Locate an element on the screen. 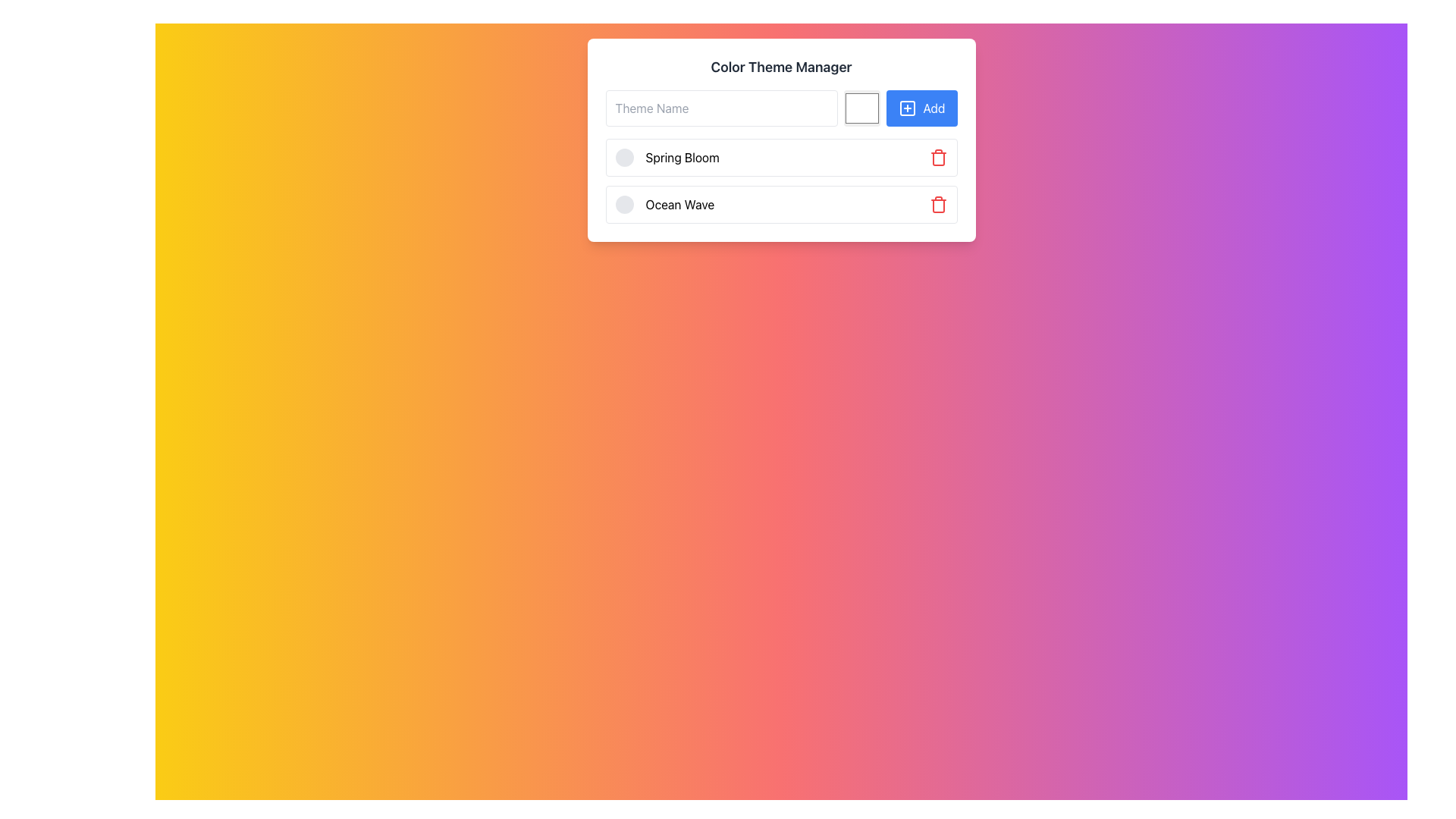  the decorative icon located on the blue 'Add' button in the 'Color Theme Manager' GUI is located at coordinates (908, 107).